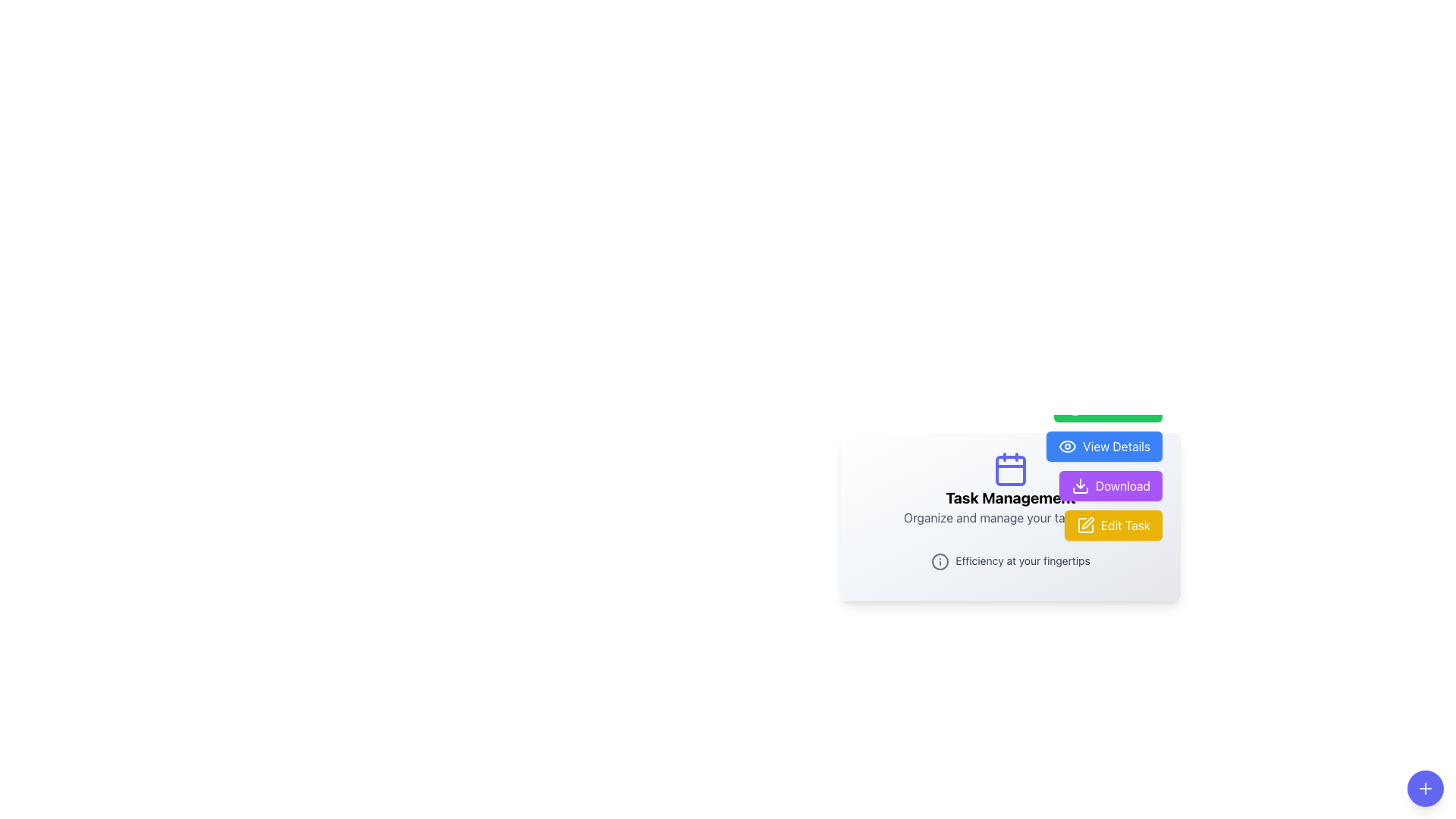 This screenshot has height=819, width=1456. What do you see at coordinates (940, 561) in the screenshot?
I see `the SVG Circle Component located in the bottom-right portion of the interface, near buttons labeled 'View Details' and 'Edit Task'` at bounding box center [940, 561].